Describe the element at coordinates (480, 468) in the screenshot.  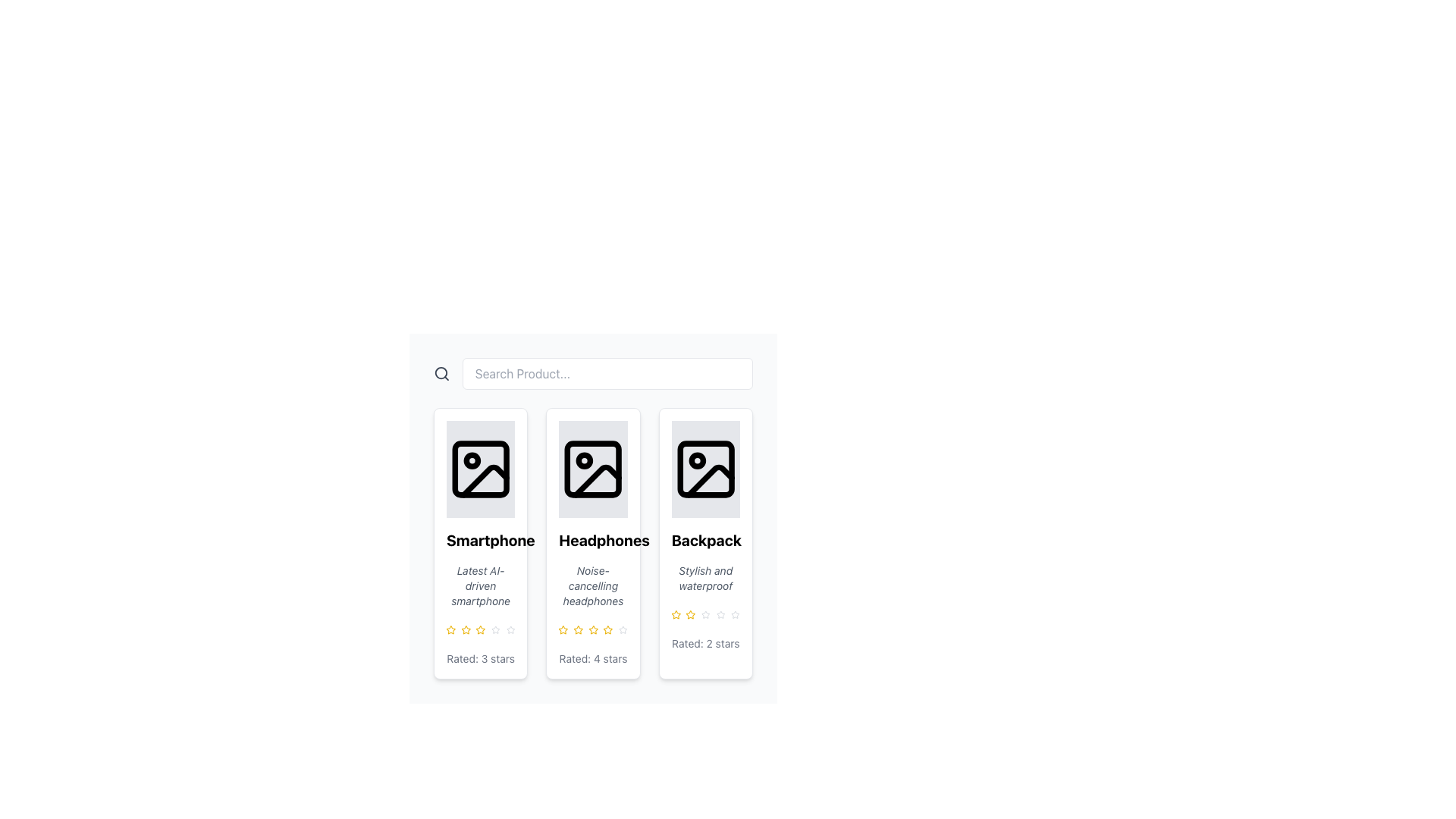
I see `the image placeholder representing the smartphone in the product card layout for more information` at that location.